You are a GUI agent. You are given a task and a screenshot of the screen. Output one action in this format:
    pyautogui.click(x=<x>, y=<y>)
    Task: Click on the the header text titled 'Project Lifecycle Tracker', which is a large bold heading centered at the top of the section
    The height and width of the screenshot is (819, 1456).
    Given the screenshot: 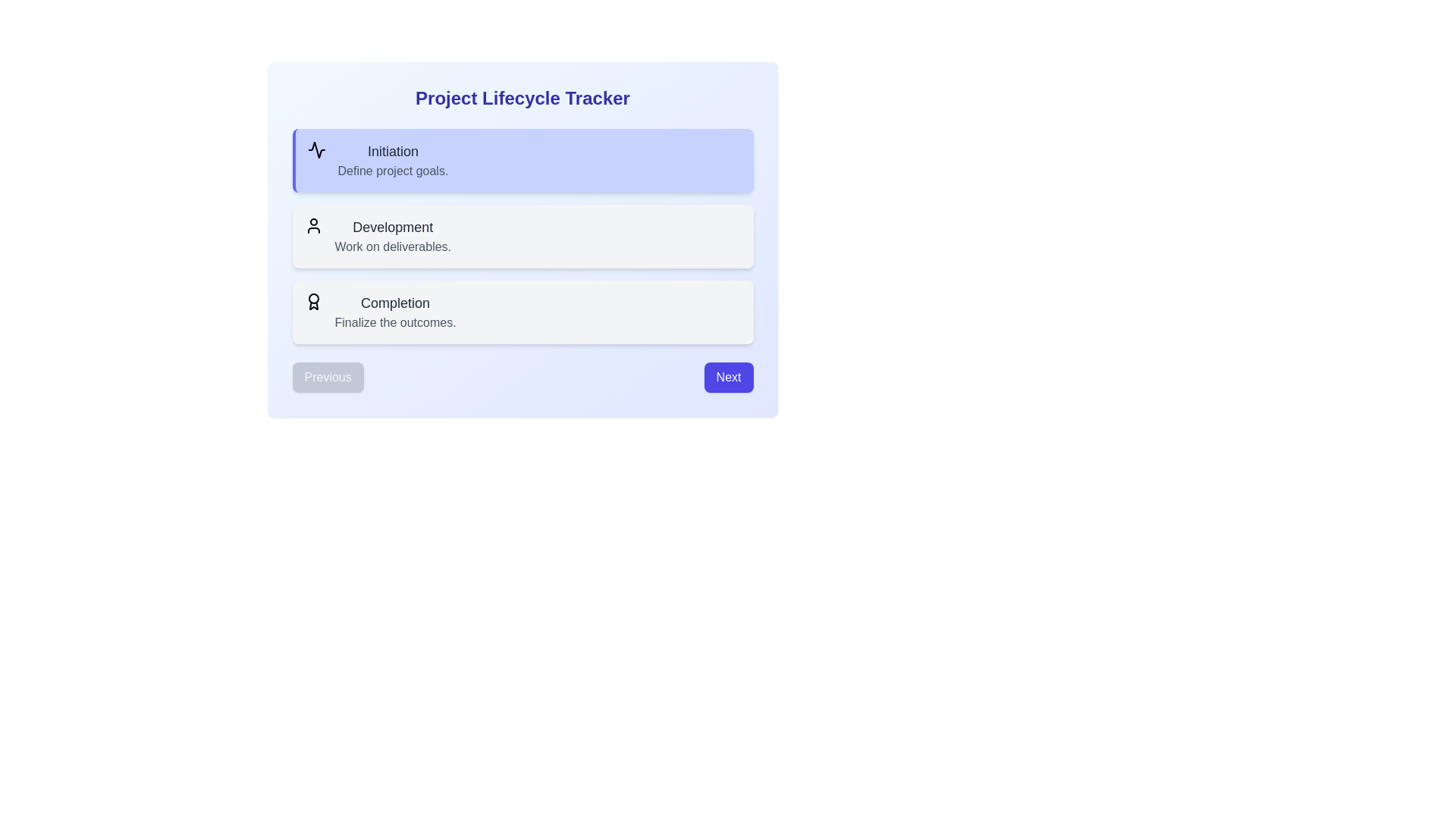 What is the action you would take?
    pyautogui.click(x=522, y=99)
    